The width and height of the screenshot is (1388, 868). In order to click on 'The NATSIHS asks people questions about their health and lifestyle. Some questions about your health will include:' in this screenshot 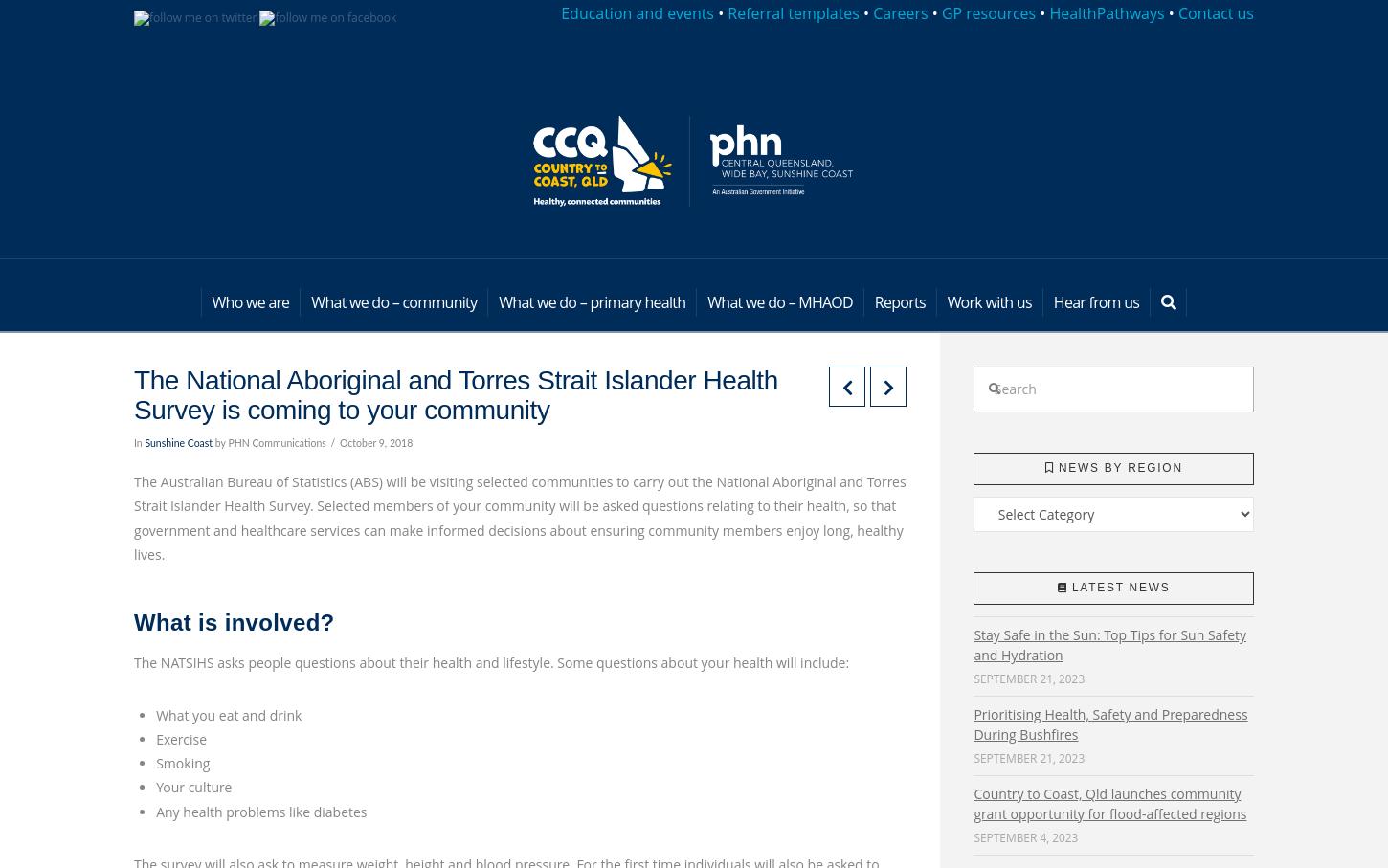, I will do `click(491, 660)`.